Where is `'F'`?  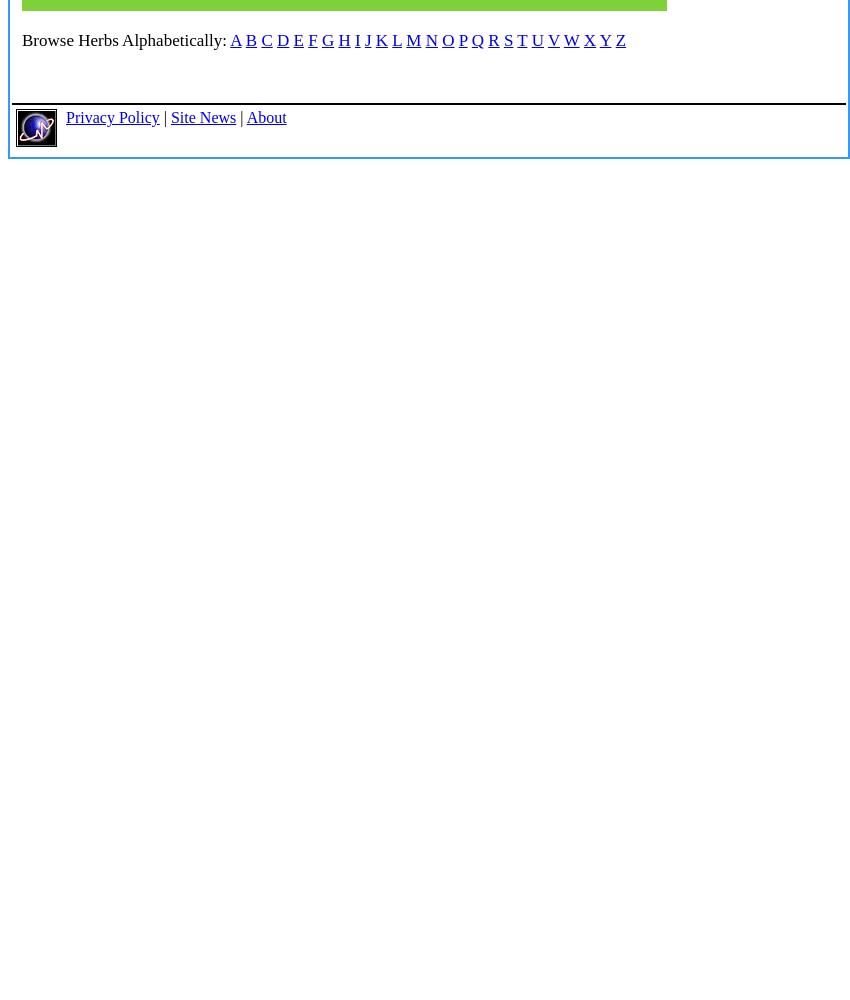 'F' is located at coordinates (308, 40).